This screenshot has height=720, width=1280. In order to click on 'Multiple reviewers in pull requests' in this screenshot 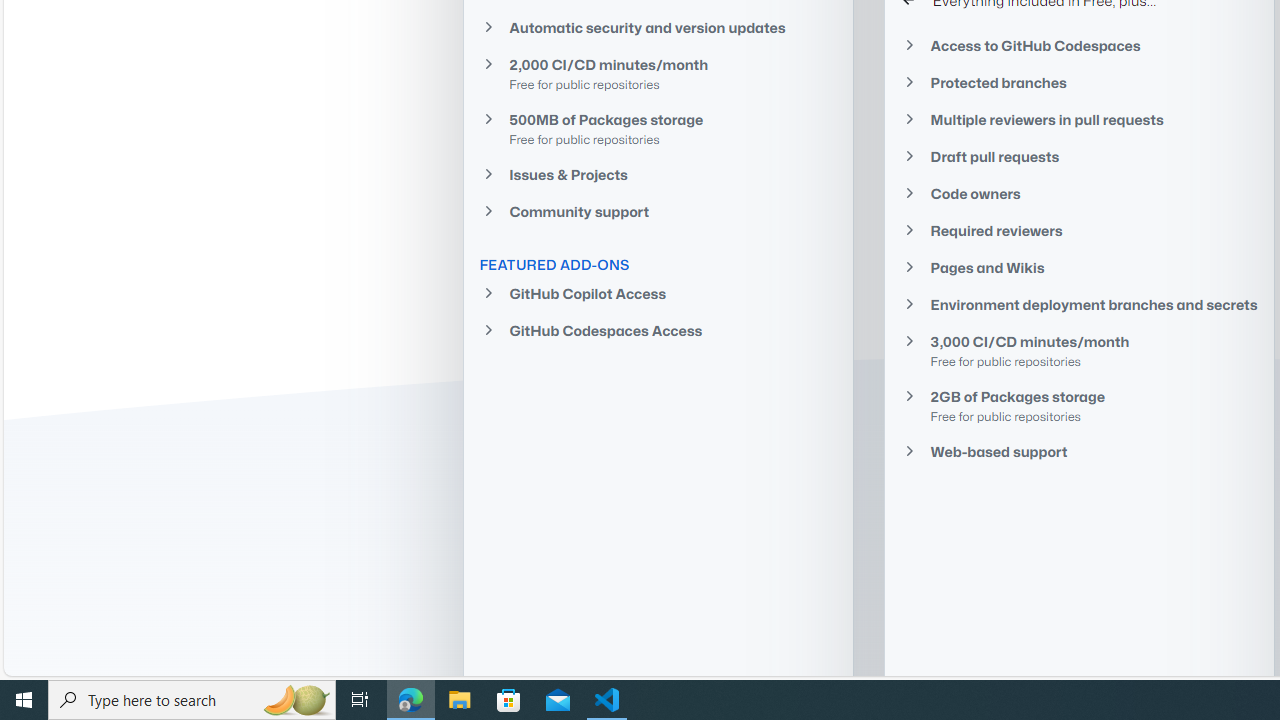, I will do `click(1078, 119)`.